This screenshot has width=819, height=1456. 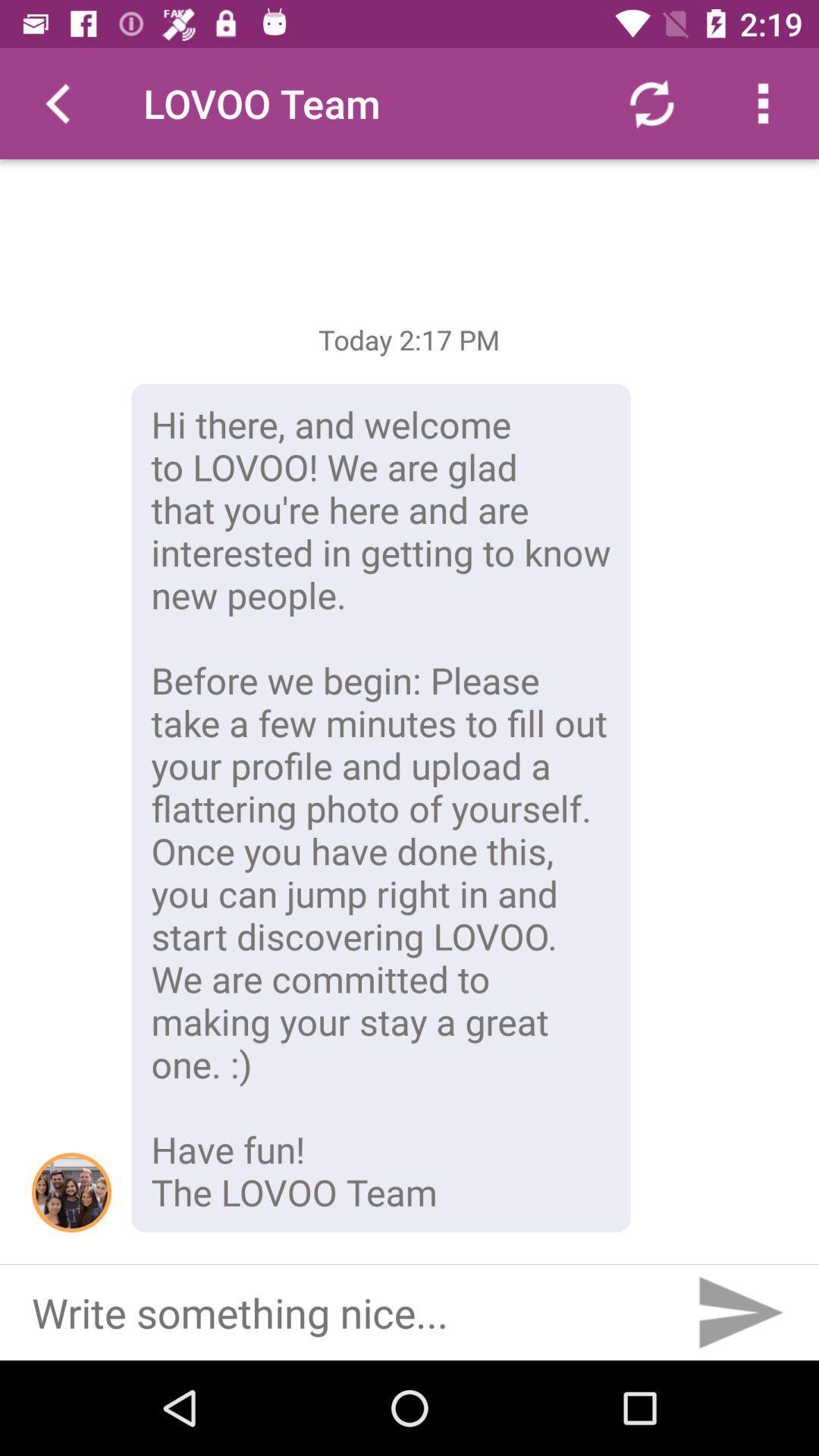 I want to click on the item at the bottom right corner, so click(x=739, y=1312).